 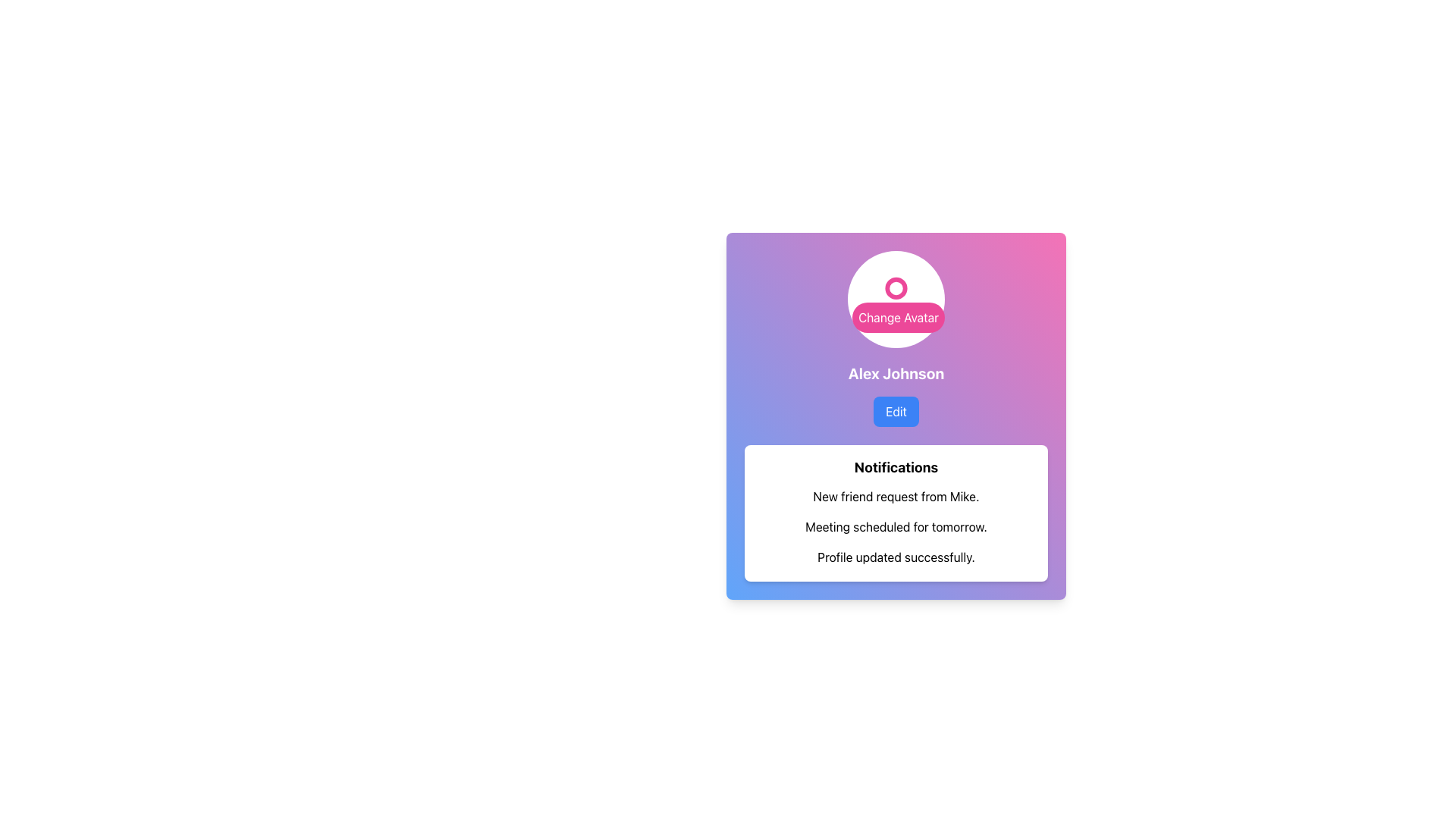 I want to click on notification text label that indicates a successful update of profile details, located at the bottom of a group of three notifications in a white box, so click(x=896, y=557).